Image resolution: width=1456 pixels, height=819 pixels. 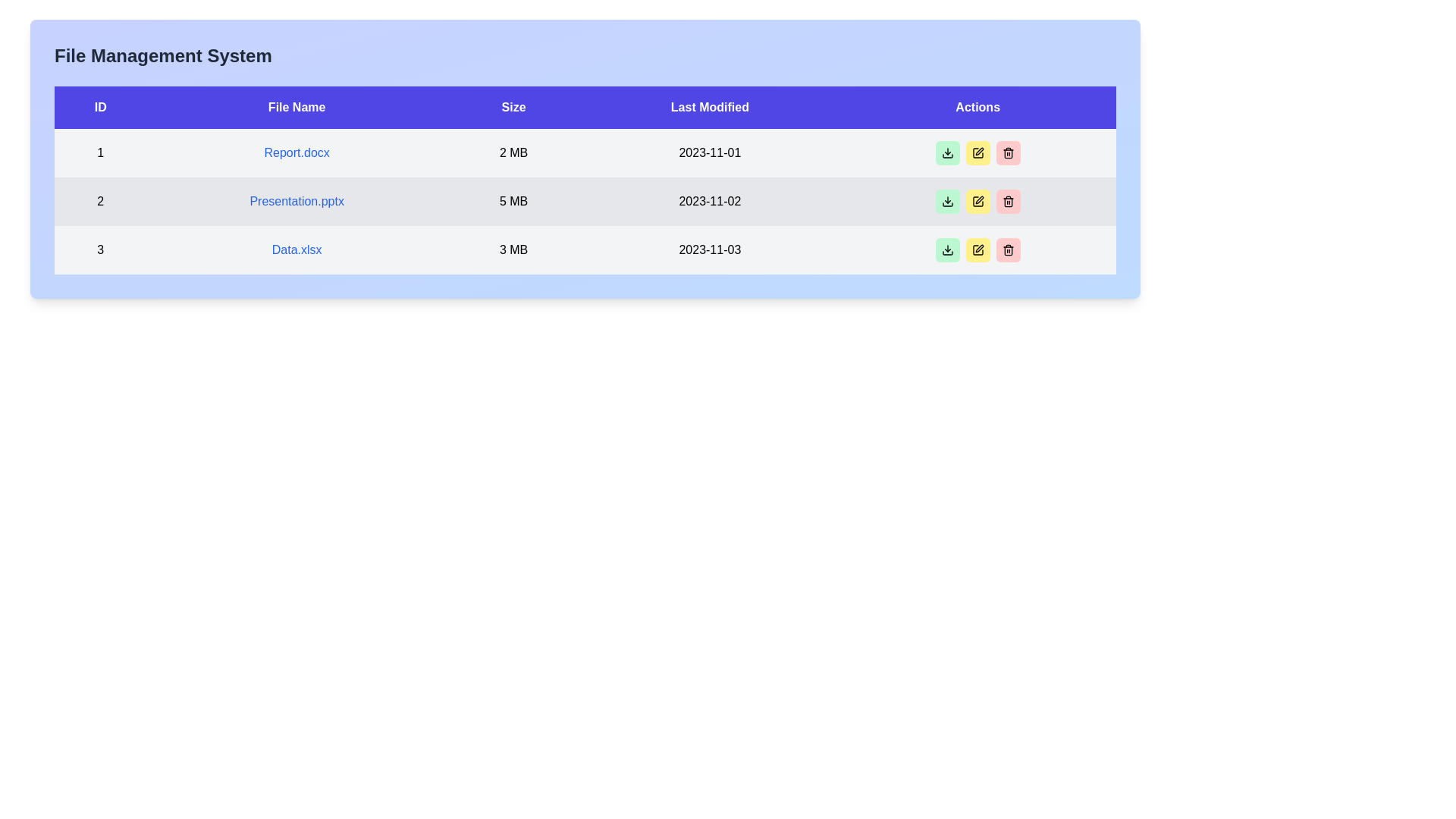 What do you see at coordinates (1008, 249) in the screenshot?
I see `the red, square-shaped button with rounded corners that contains a trash can icon, located in the 'Actions' column of the third row of the table` at bounding box center [1008, 249].